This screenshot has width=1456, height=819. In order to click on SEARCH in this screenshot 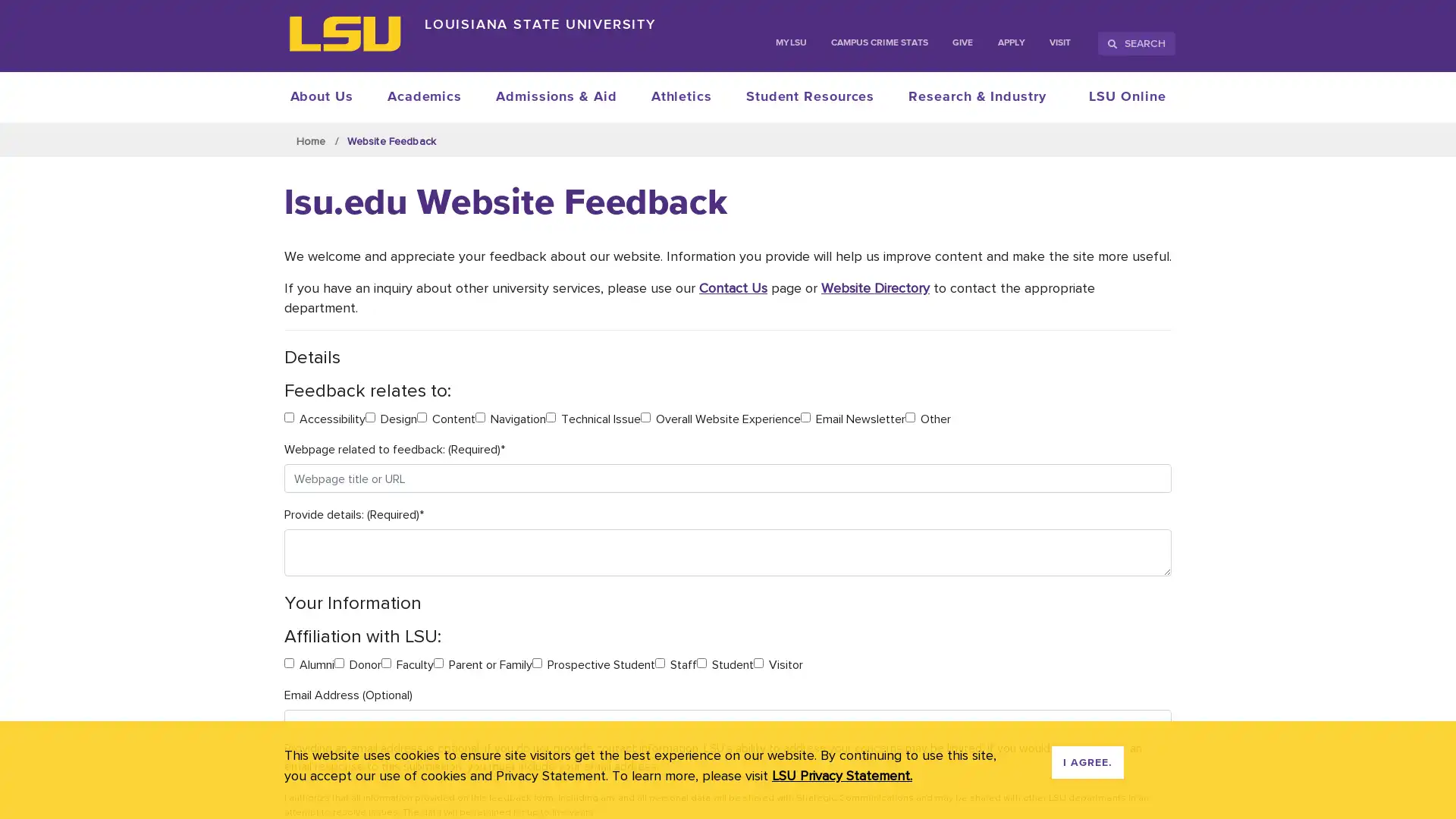, I will do `click(1136, 42)`.